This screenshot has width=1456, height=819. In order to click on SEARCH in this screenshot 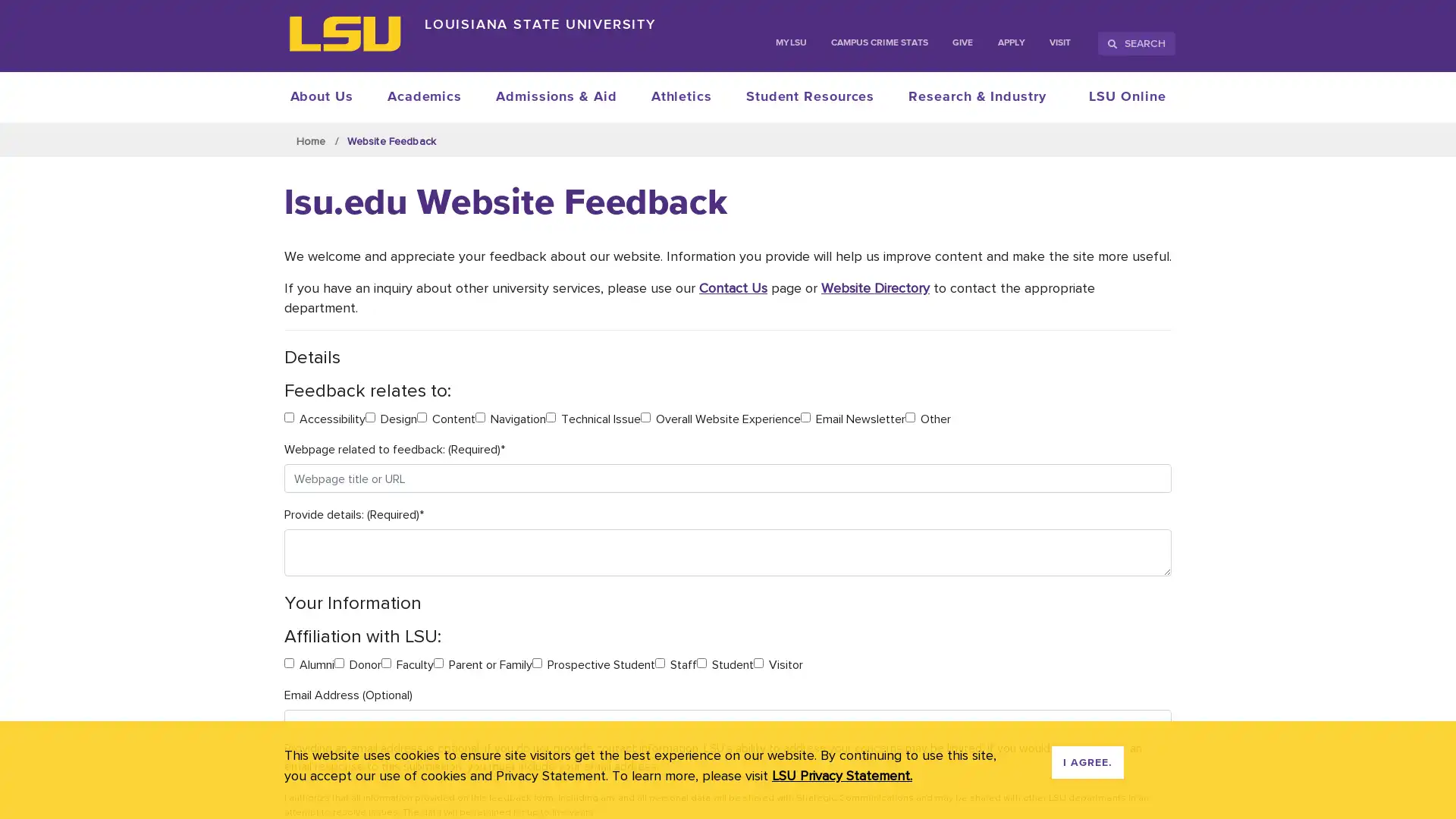, I will do `click(1136, 42)`.